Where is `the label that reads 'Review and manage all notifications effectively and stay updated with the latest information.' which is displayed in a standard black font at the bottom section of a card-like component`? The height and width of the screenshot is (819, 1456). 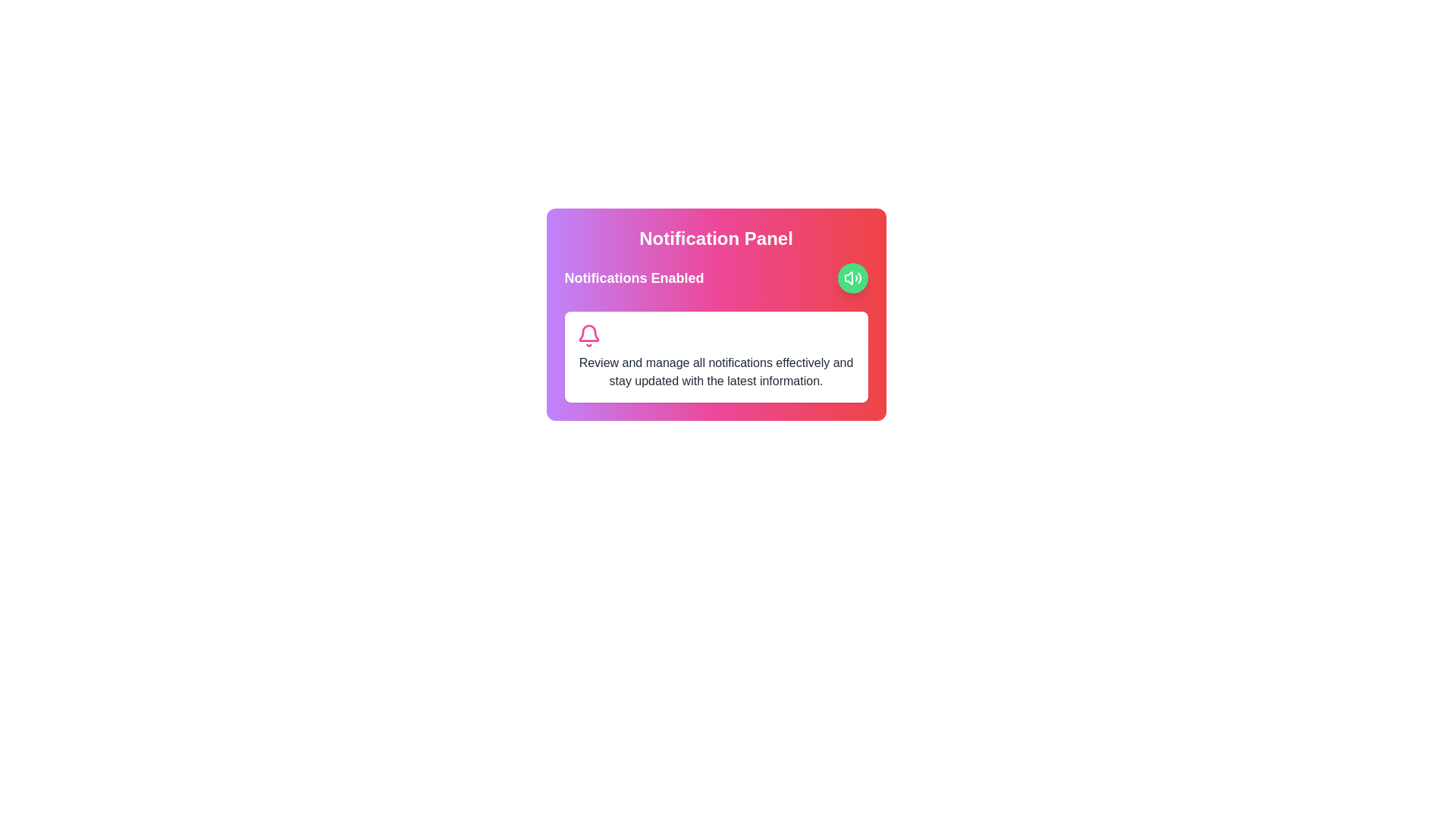
the label that reads 'Review and manage all notifications effectively and stay updated with the latest information.' which is displayed in a standard black font at the bottom section of a card-like component is located at coordinates (715, 372).